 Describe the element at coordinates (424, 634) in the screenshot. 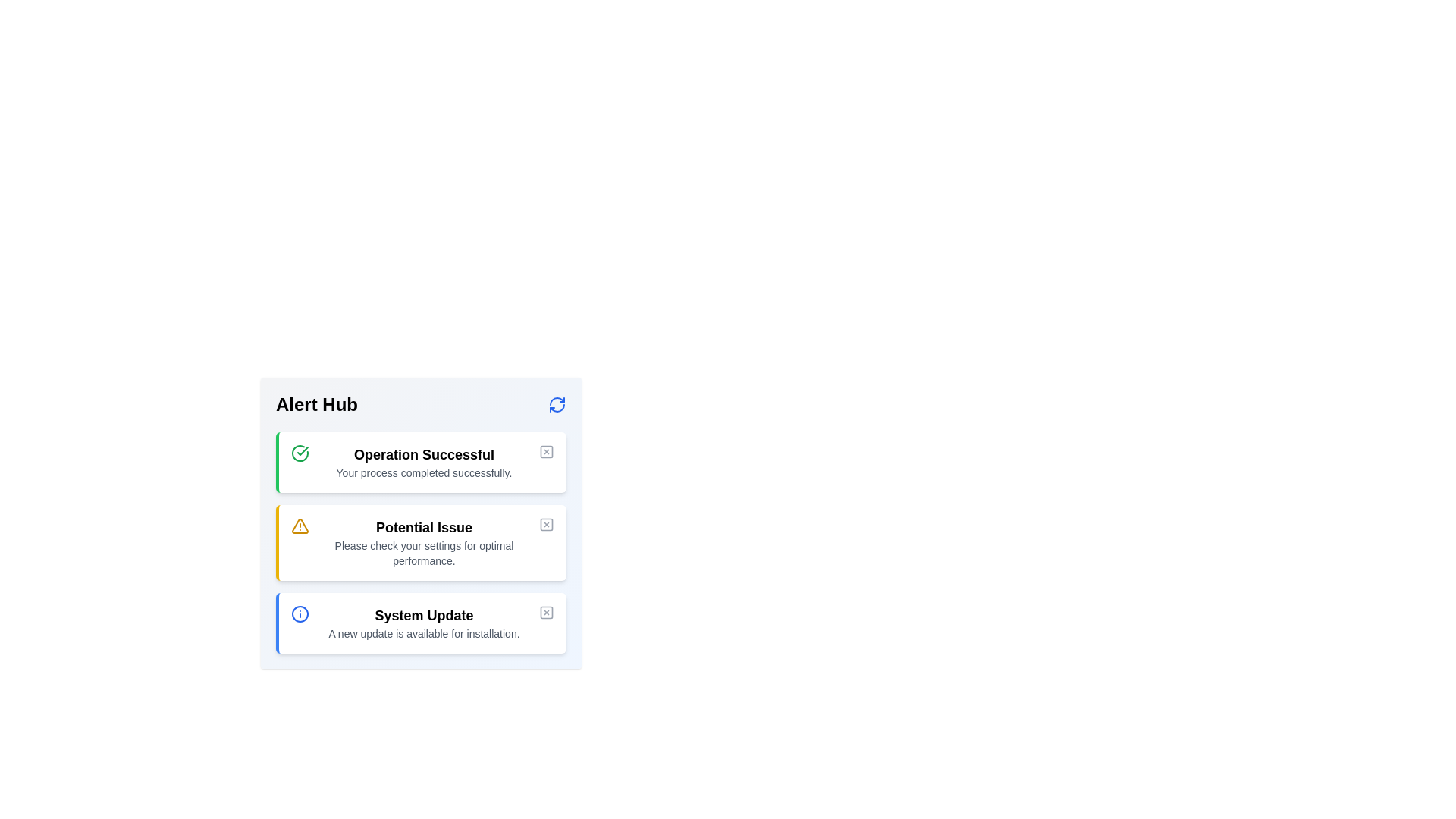

I see `notification message text related to 'System Update', which is located directly beneath the 'System Update' title in the bottommost card section of the Alert Hub` at that location.